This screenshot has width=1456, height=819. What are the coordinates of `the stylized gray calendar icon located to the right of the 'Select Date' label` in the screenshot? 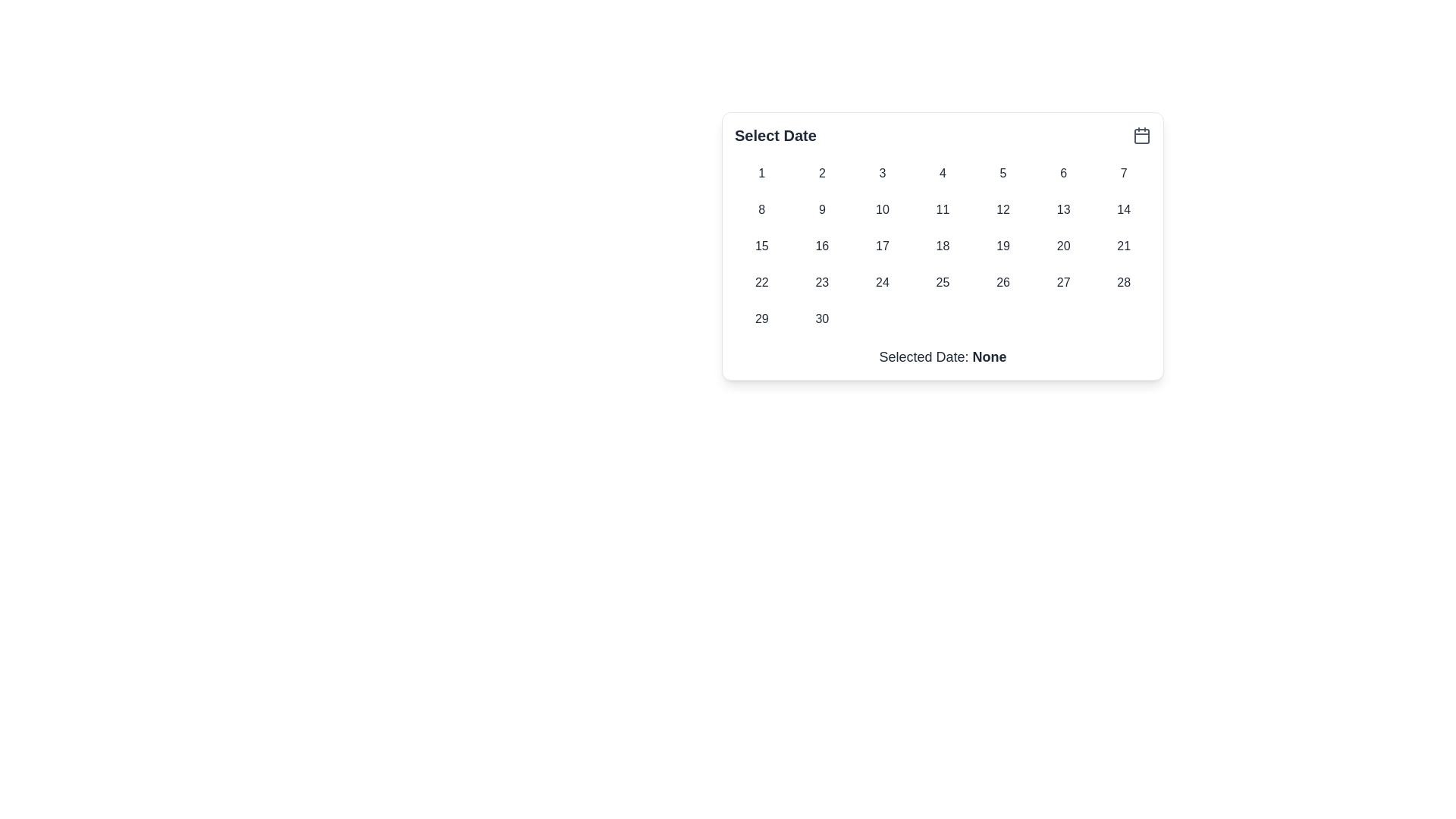 It's located at (1142, 134).